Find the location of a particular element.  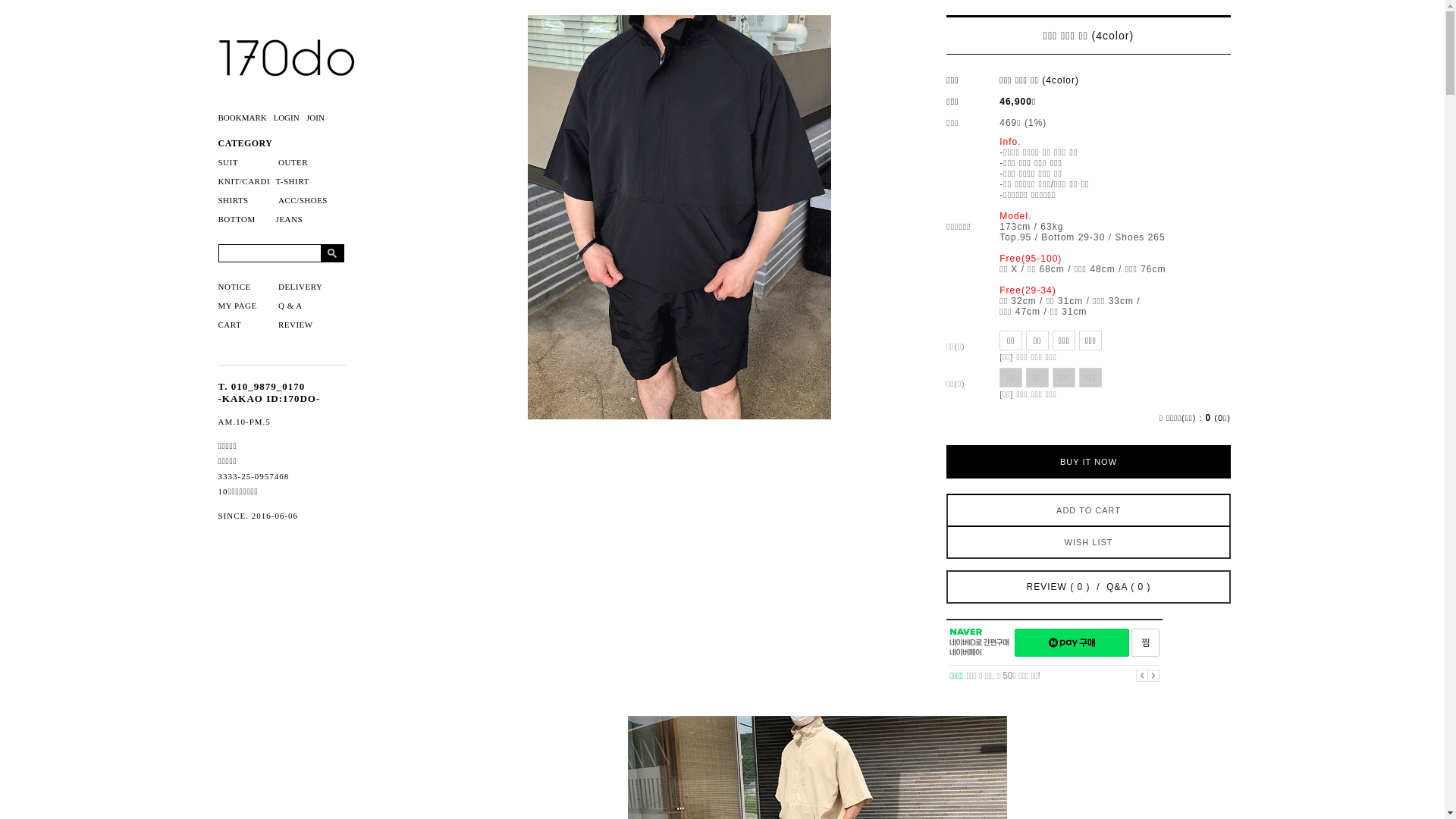

'SUIT' is located at coordinates (218, 162).